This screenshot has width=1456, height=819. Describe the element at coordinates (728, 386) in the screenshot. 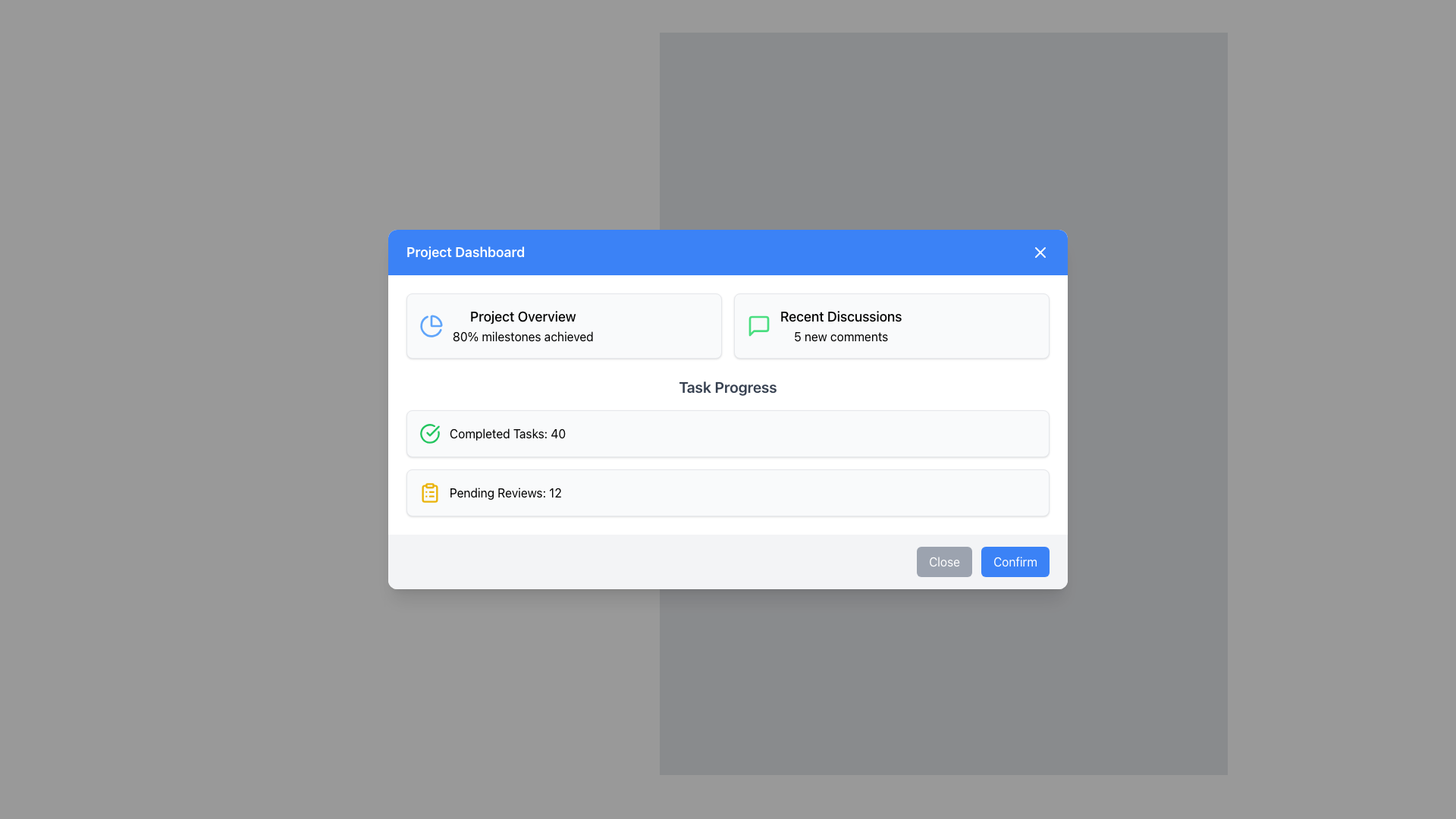

I see `the 'Task Progress' text label, which is prominently displayed in bold, dark gray, and large-sized font, located below the 'Project Dashboard' header` at that location.